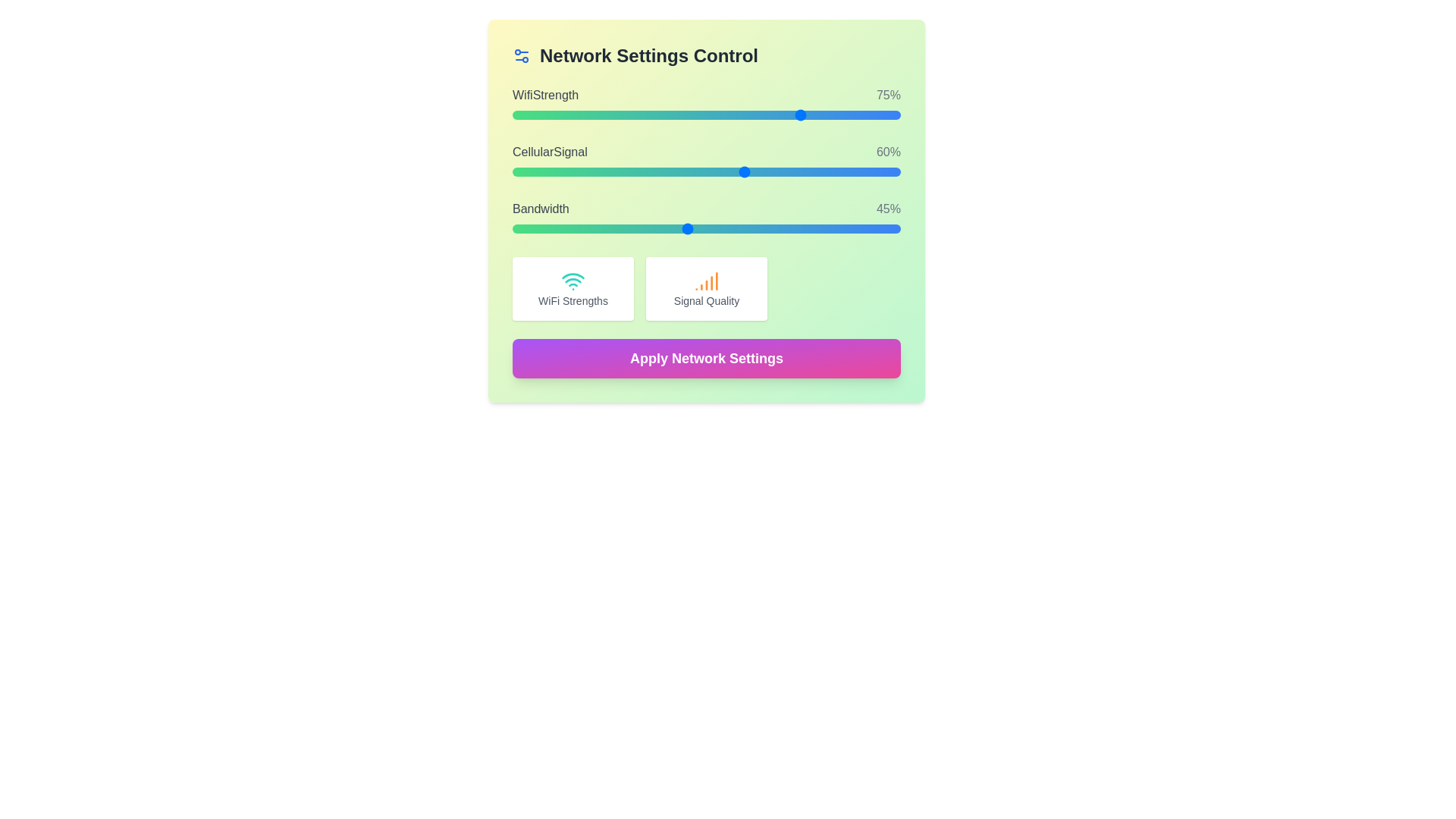  What do you see at coordinates (648, 55) in the screenshot?
I see `the 'Network Settings Control' text label which is styled in large bold dark gray font against a light green gradient background, positioned at the top of the section` at bounding box center [648, 55].